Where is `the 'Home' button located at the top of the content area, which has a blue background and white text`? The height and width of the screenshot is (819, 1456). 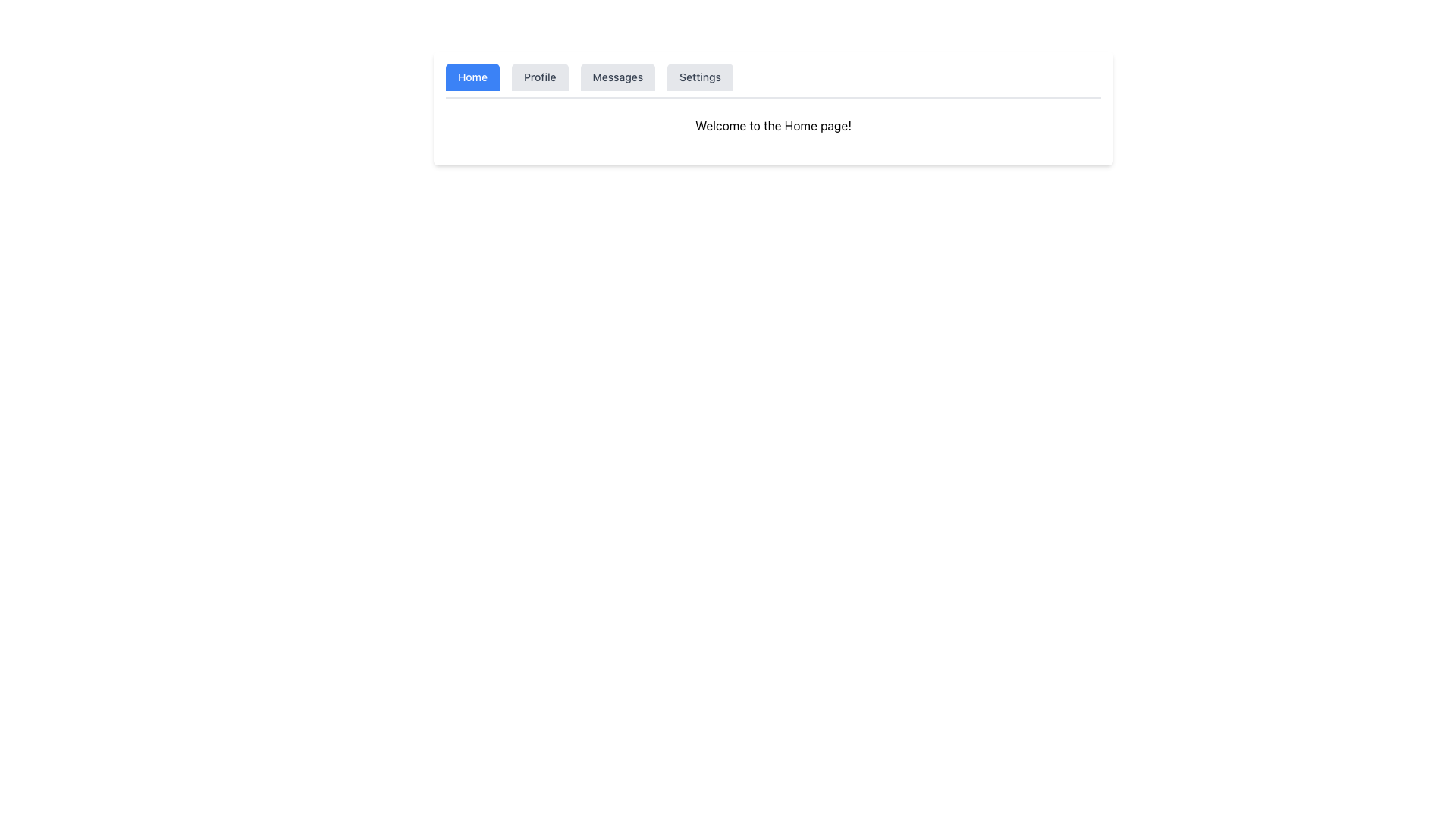
the 'Home' button located at the top of the content area, which has a blue background and white text is located at coordinates (472, 77).